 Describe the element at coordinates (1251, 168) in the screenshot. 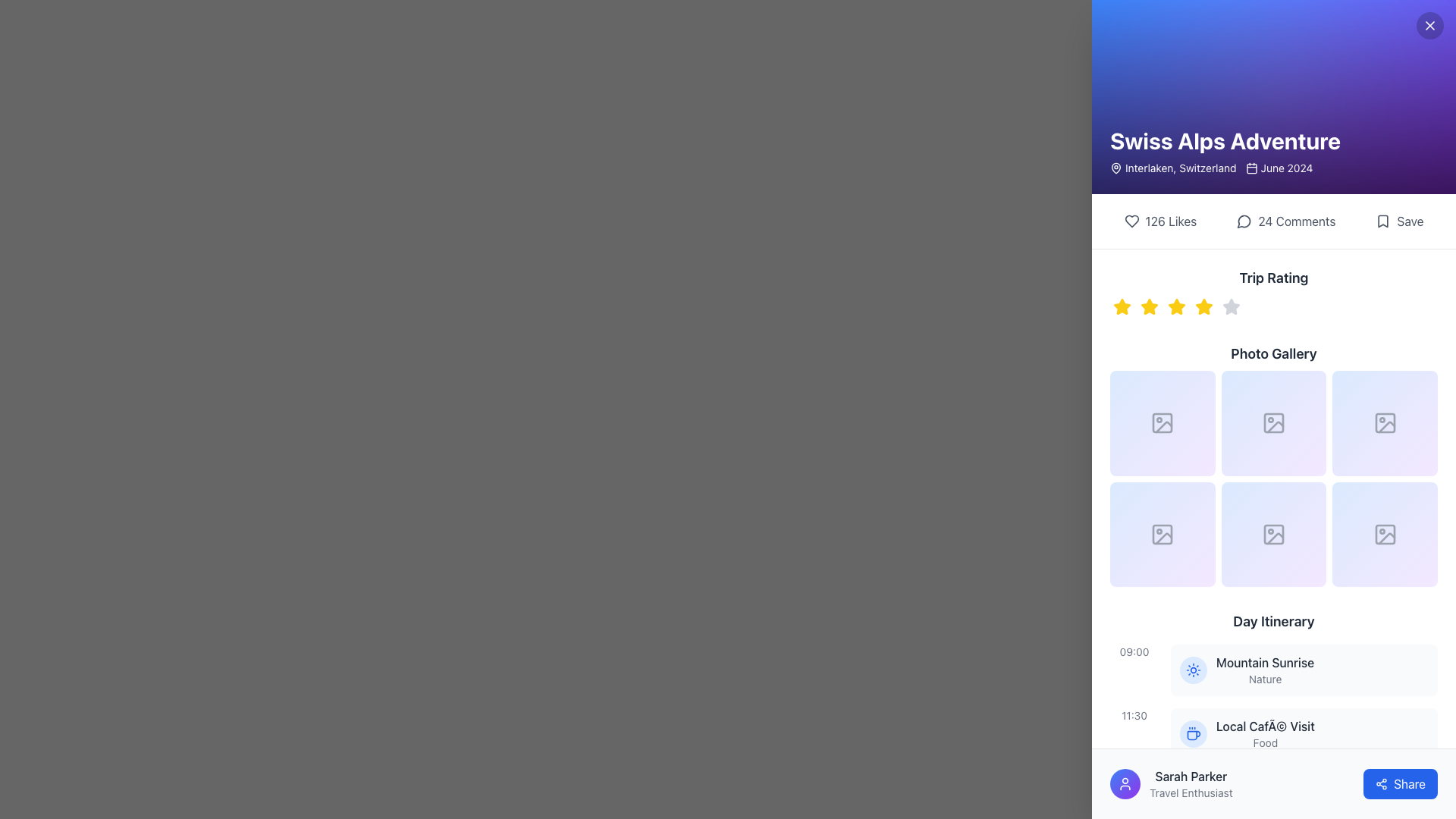

I see `the calendar icon's decorative rectangle that serves as an indicator within the icon` at that location.